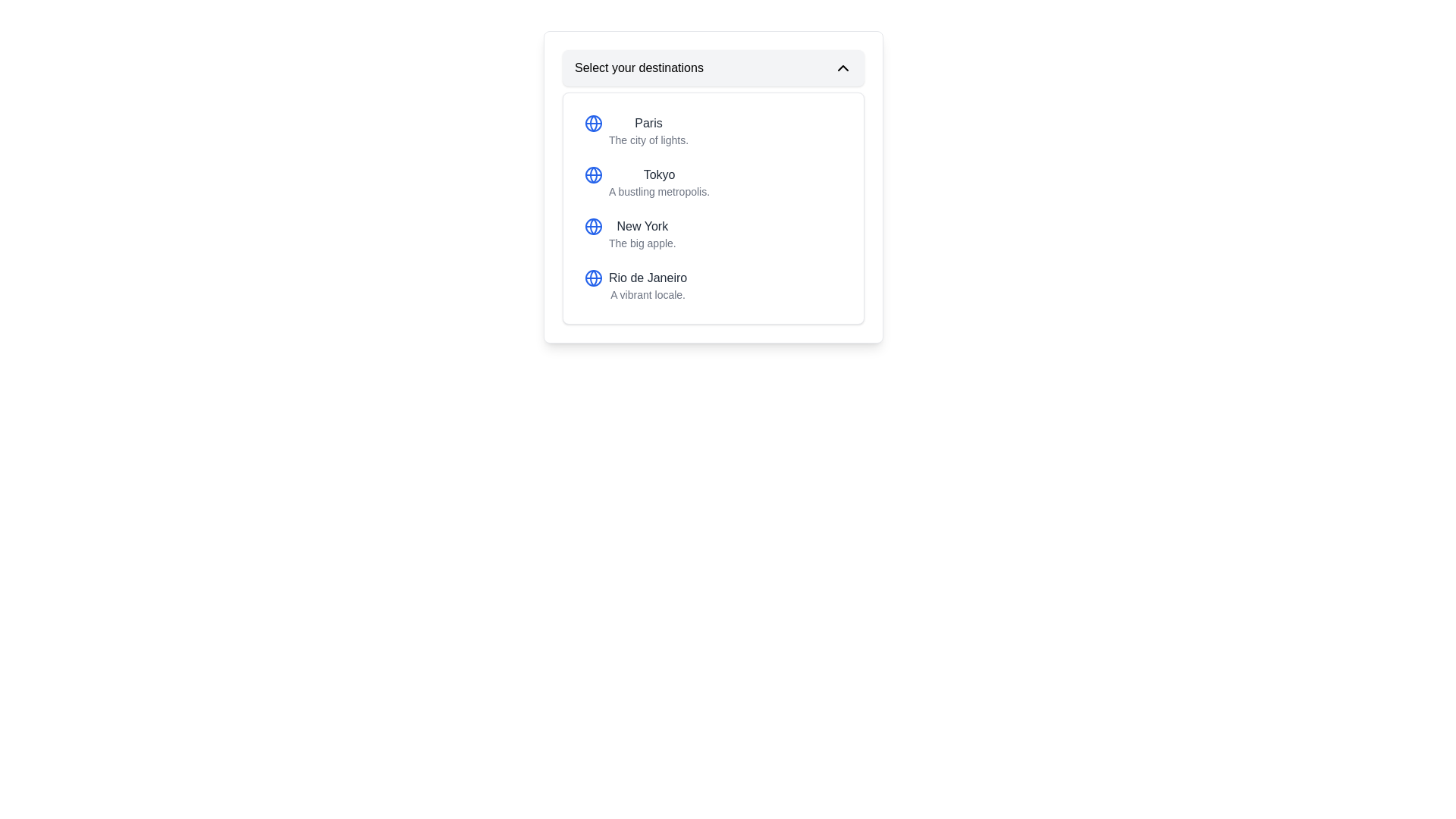  I want to click on the list item with the title 'Paris' and subtitle 'The city of lights.' which is positioned at the top of the destination list under 'Select your destinations.', so click(636, 130).